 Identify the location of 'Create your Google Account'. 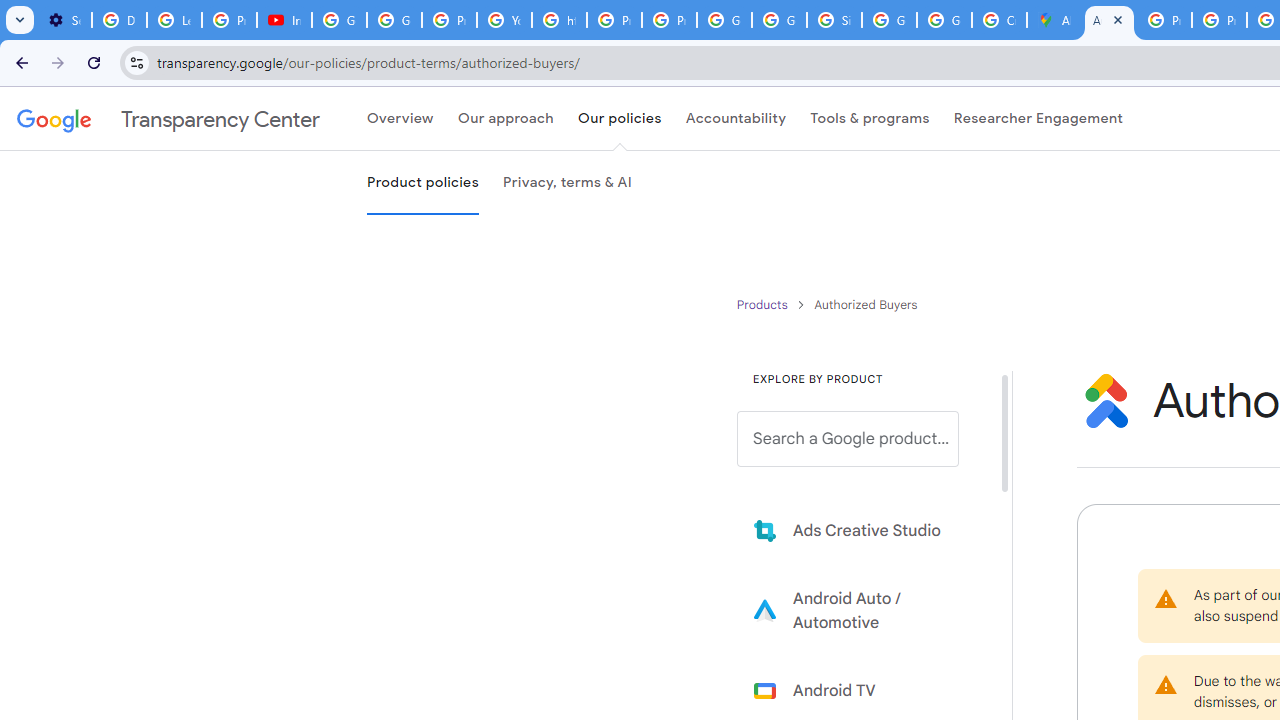
(999, 20).